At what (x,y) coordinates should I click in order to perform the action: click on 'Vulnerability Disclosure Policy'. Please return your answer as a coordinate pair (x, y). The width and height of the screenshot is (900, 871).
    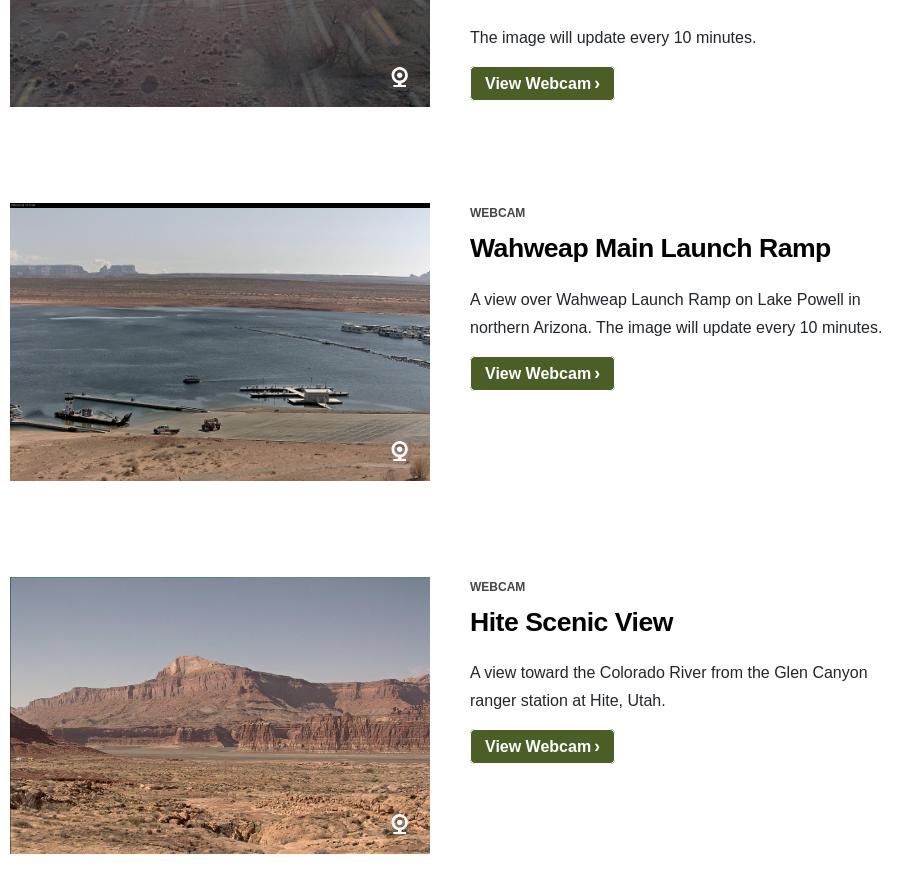
    Looking at the image, I should click on (275, 635).